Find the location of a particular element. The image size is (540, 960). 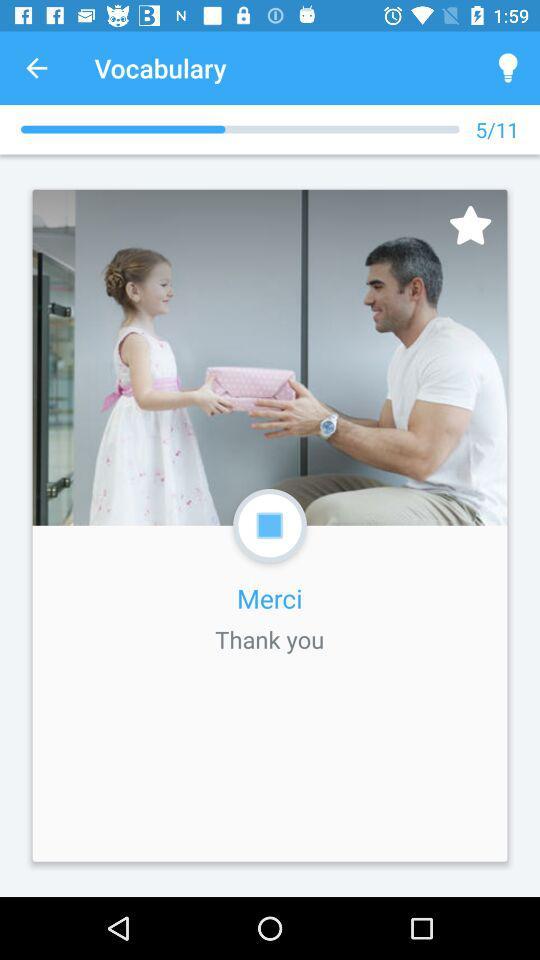

the icon to the left of the vocabulary is located at coordinates (36, 68).